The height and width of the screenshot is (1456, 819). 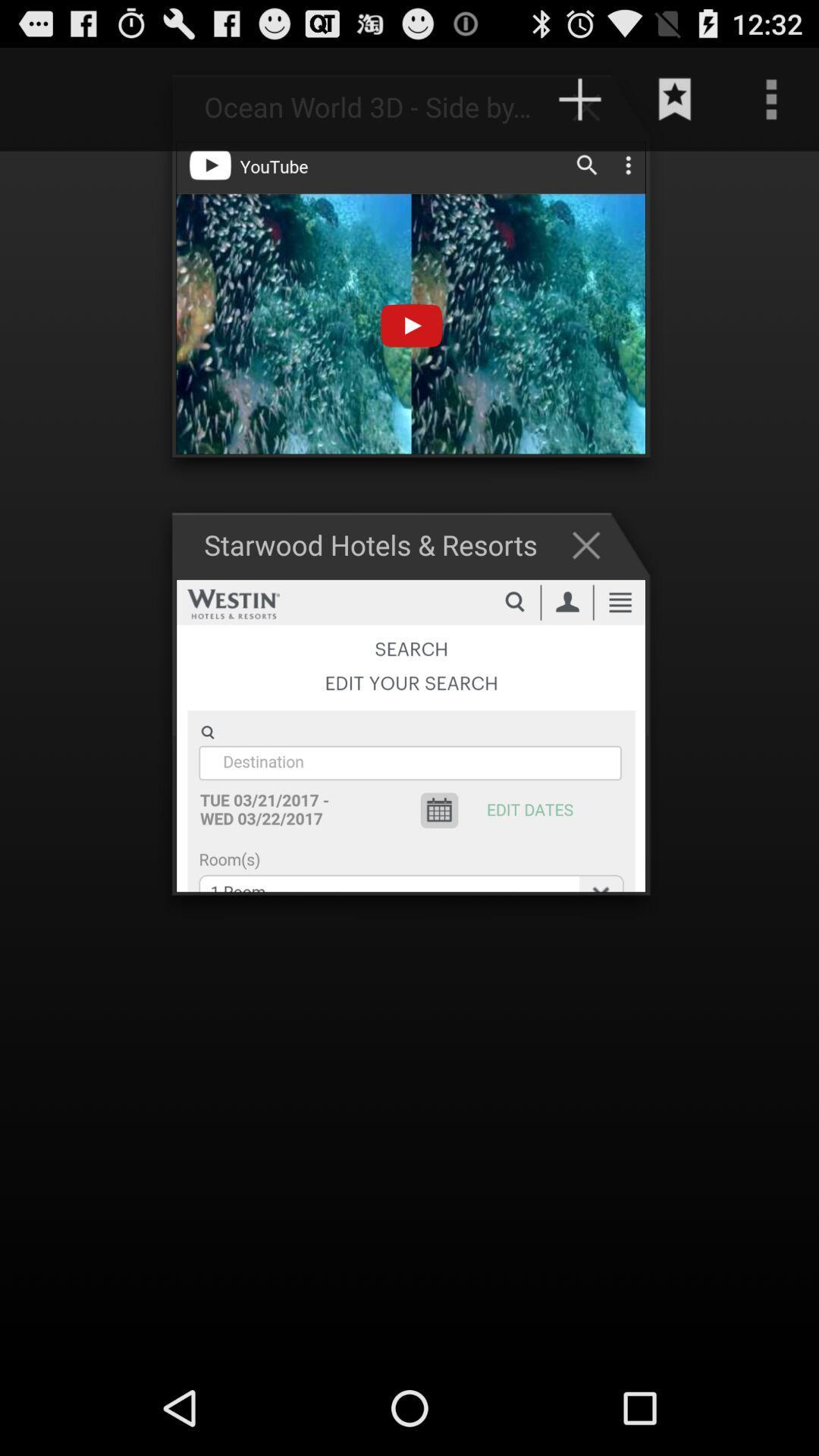 I want to click on the close icon, so click(x=593, y=582).